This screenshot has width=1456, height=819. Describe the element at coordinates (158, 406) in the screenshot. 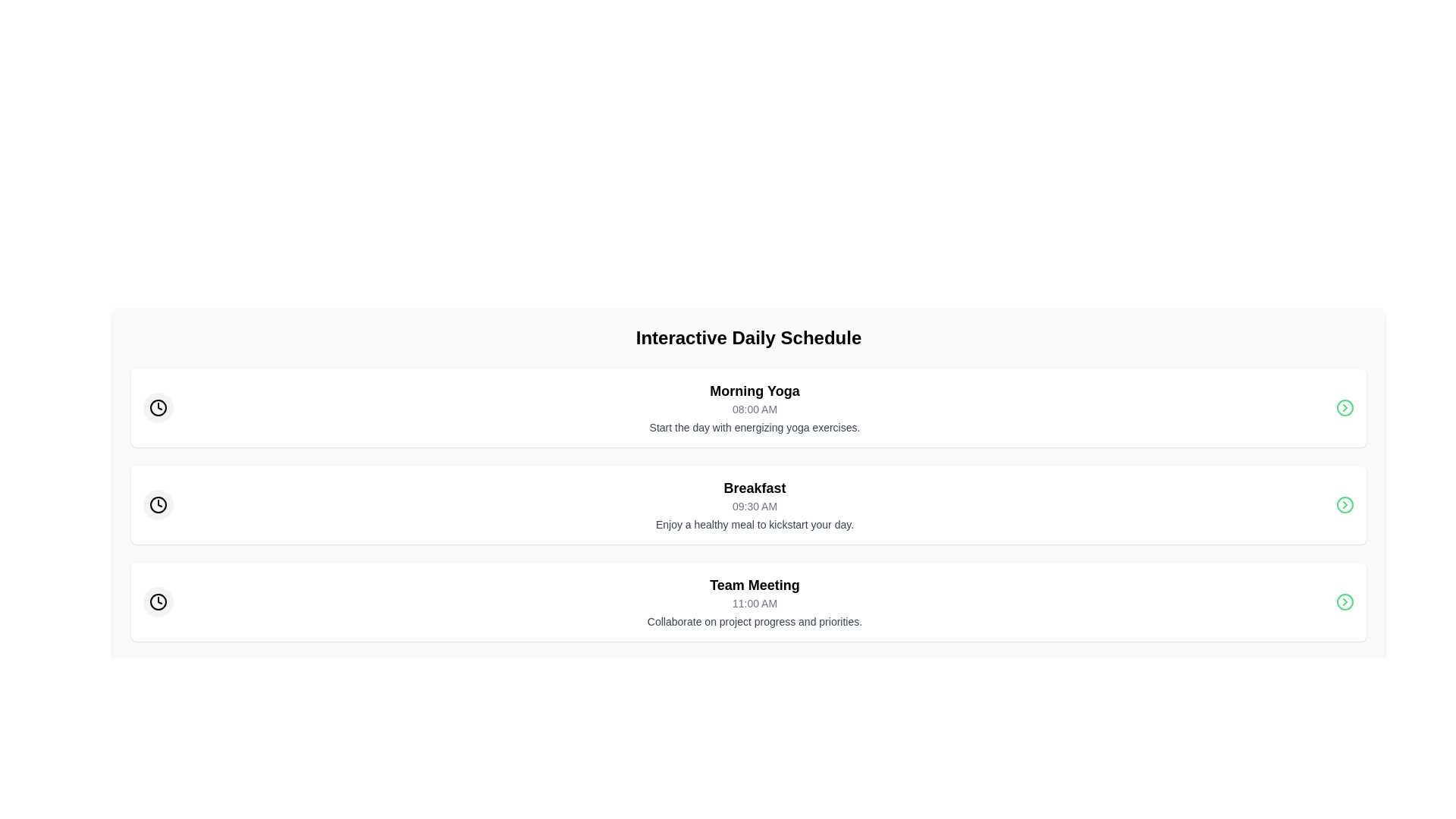

I see `the circular outline graphic representing the clock icon located at the top left corner of the schedule interface, next to the 'Morning Yoga' text` at that location.